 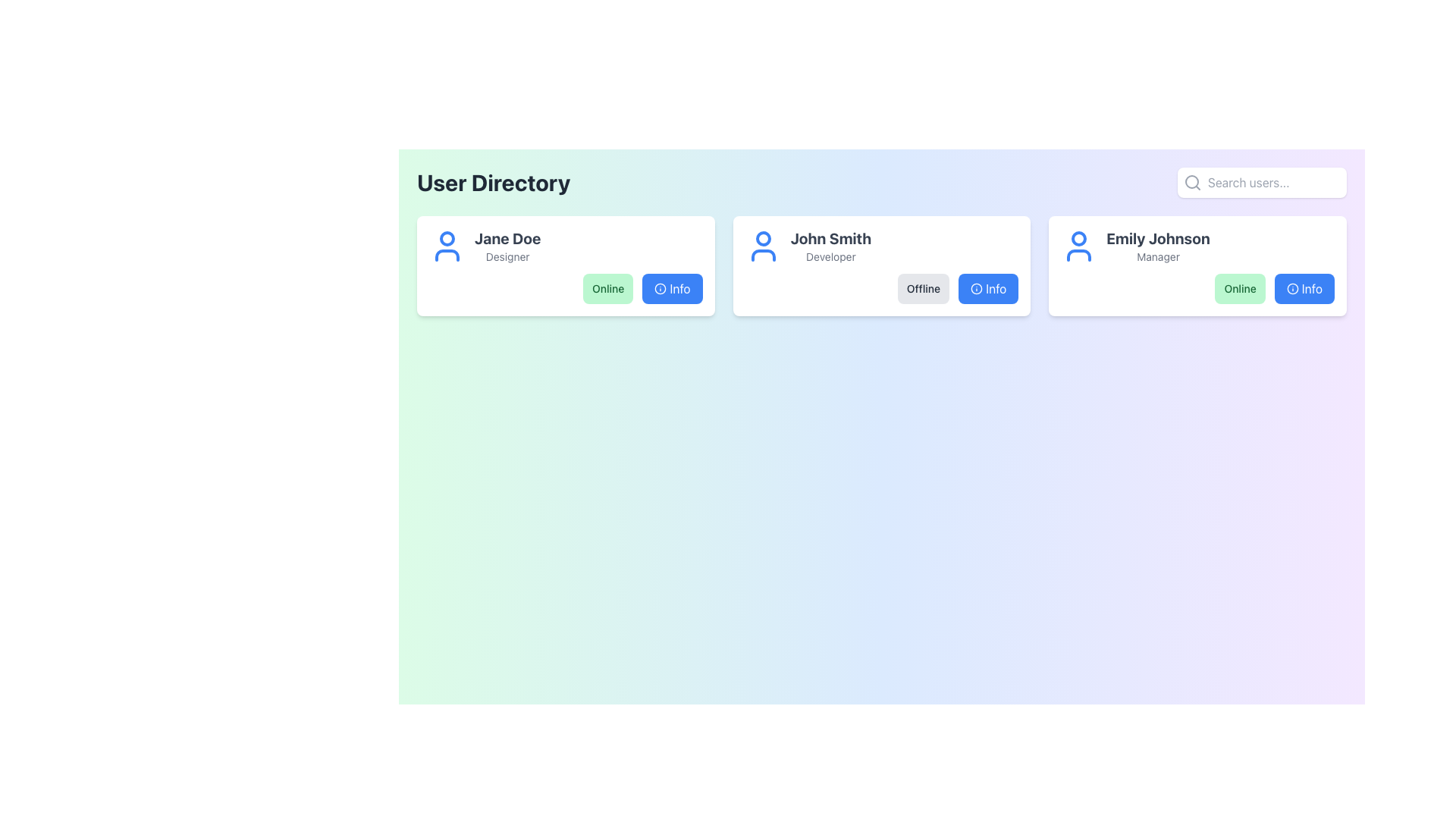 I want to click on the rectangular button with rounded corners and a bright blue background labeled 'Info' located in the bottom-right corner of Jane Doe's card in the User Directory to observe its hover behavior, so click(x=672, y=289).